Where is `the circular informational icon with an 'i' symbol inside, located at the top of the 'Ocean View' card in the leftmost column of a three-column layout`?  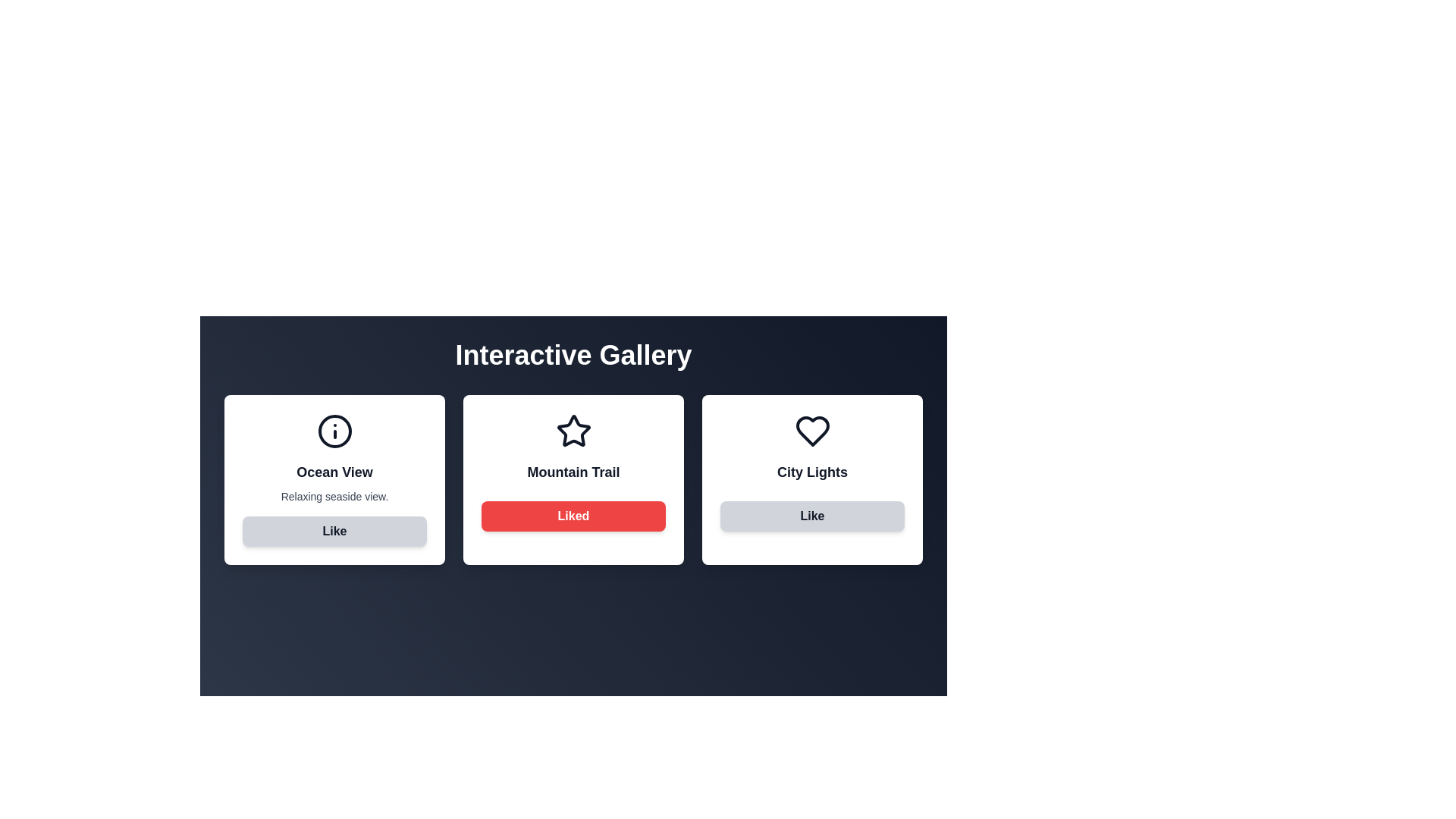
the circular informational icon with an 'i' symbol inside, located at the top of the 'Ocean View' card in the leftmost column of a three-column layout is located at coordinates (334, 431).